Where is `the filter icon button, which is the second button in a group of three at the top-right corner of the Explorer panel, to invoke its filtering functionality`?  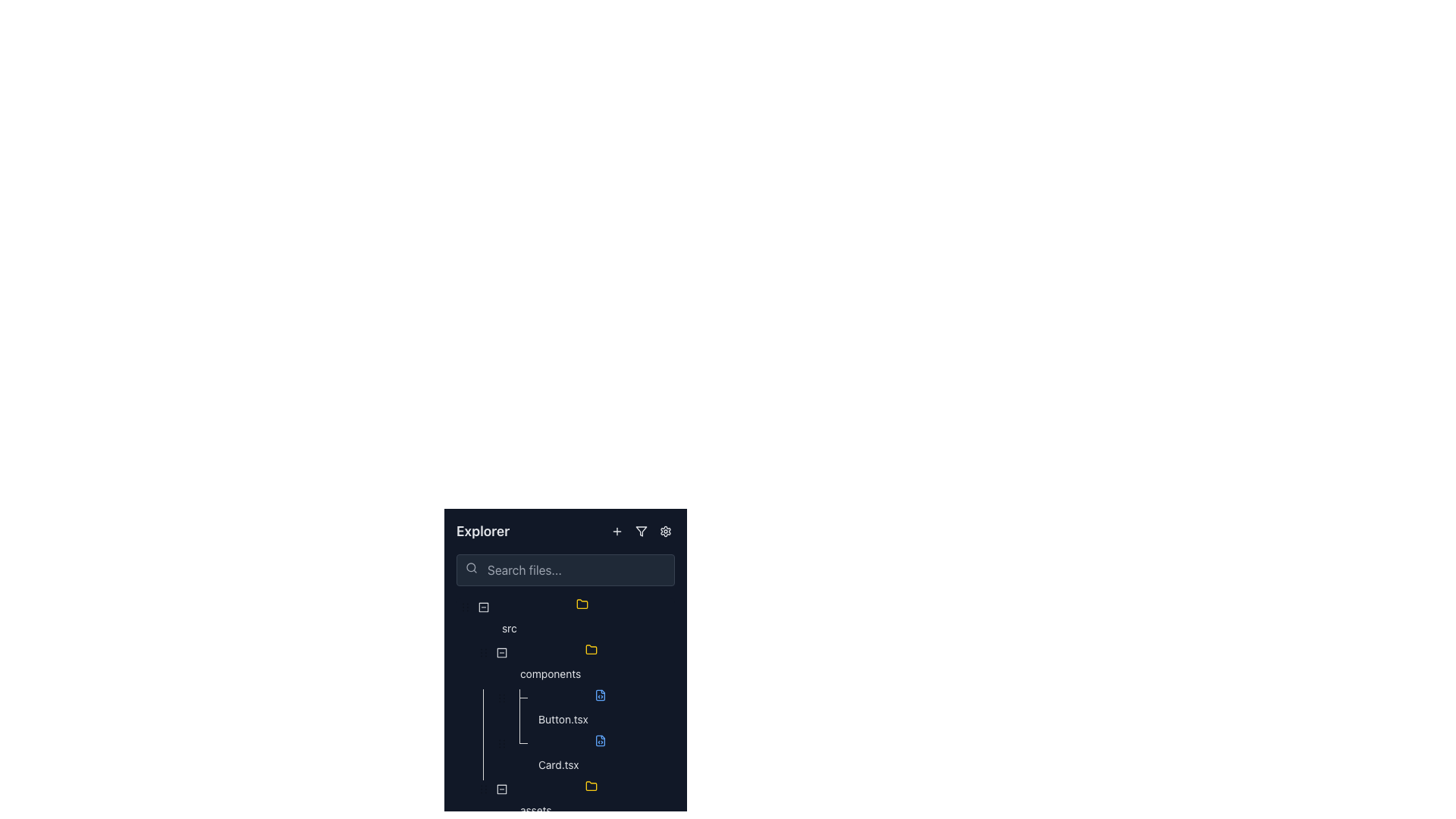 the filter icon button, which is the second button in a group of three at the top-right corner of the Explorer panel, to invoke its filtering functionality is located at coordinates (641, 531).